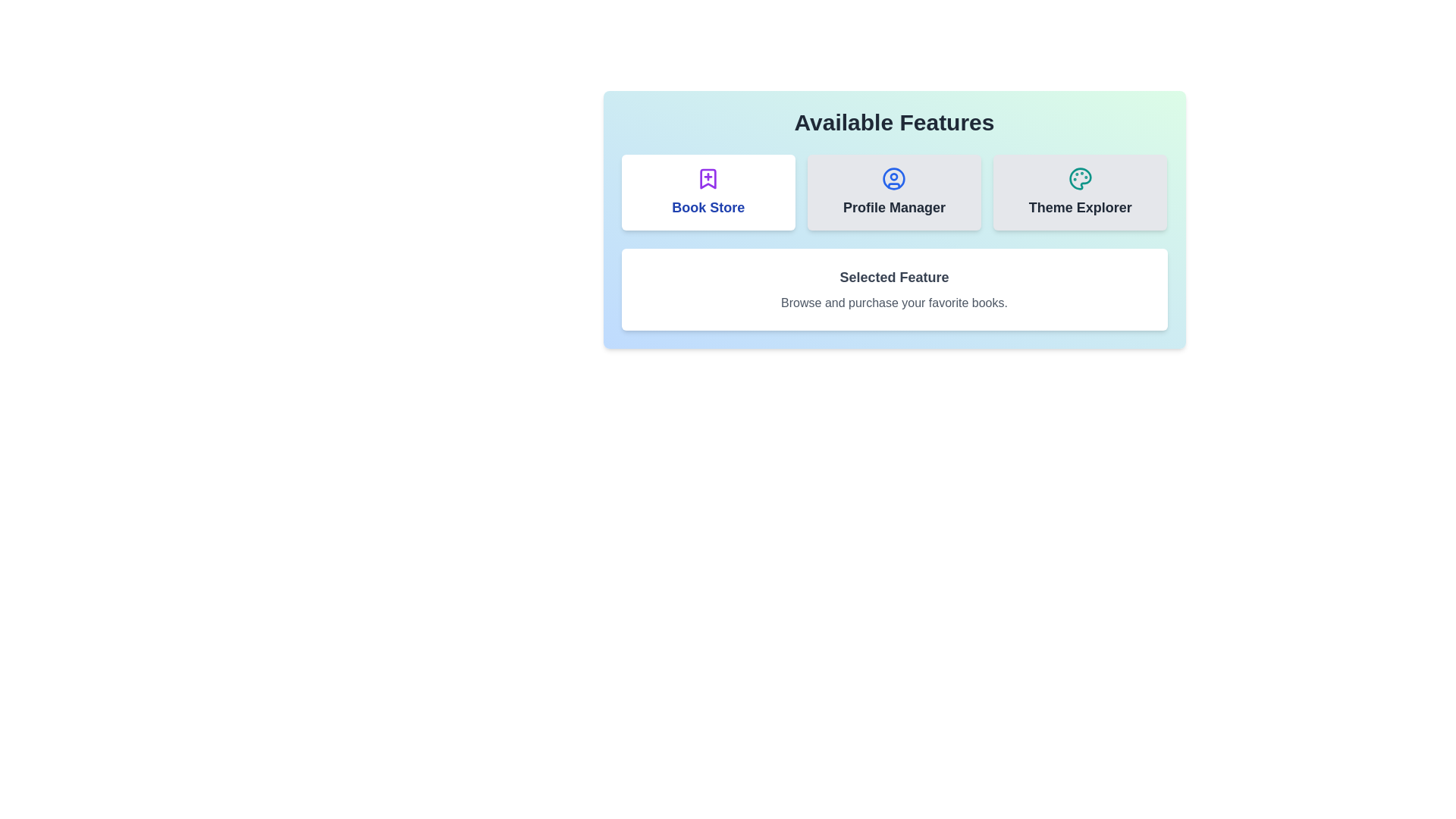  I want to click on styling of the Text label located below the 'Selected Feature' heading, which provides information about browsing and purchasing books, so click(894, 303).